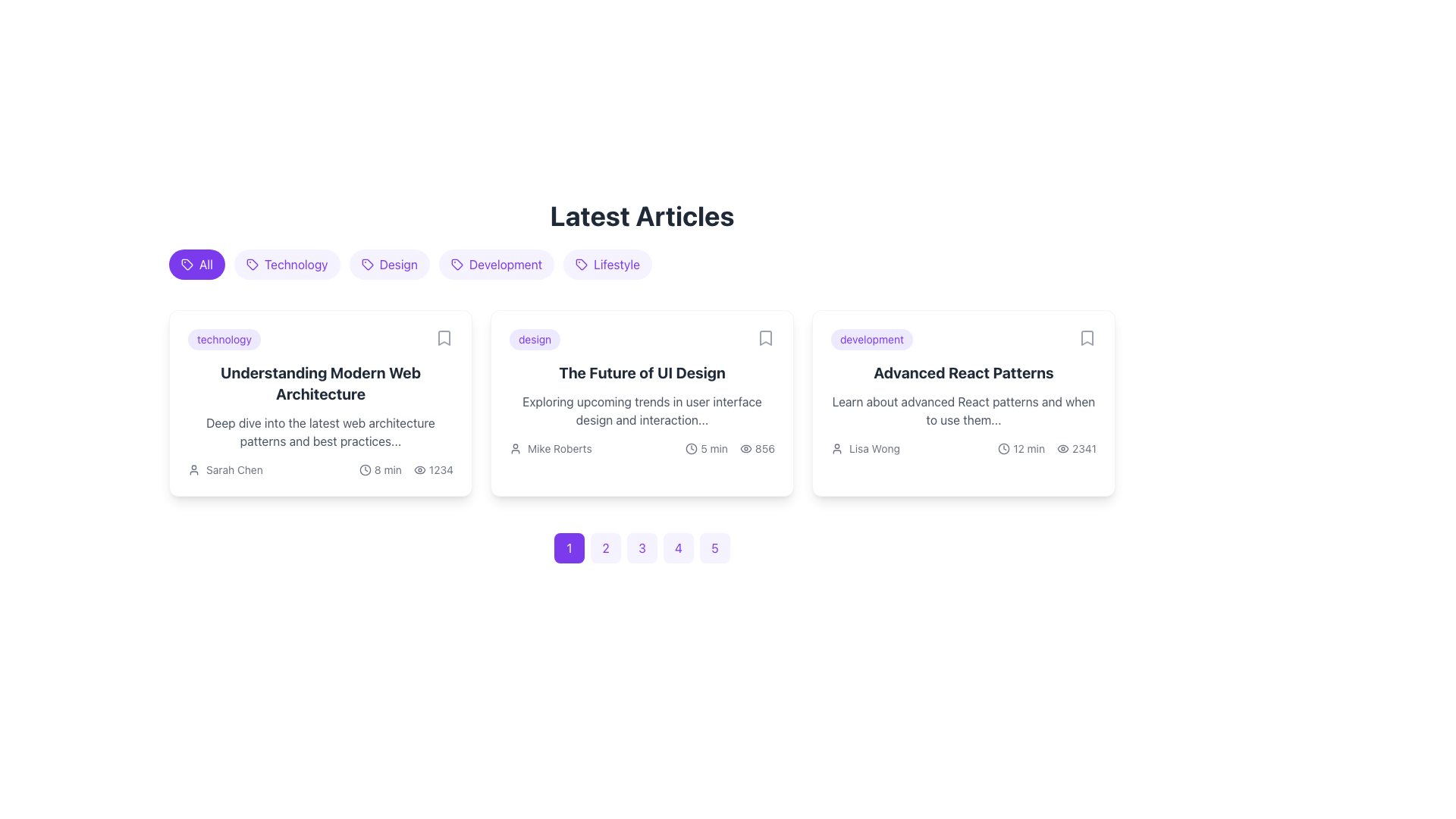 The image size is (1456, 819). I want to click on the view icon located in the meta-information row of the second article card, which is positioned to the left of the view count '856', so click(745, 447).